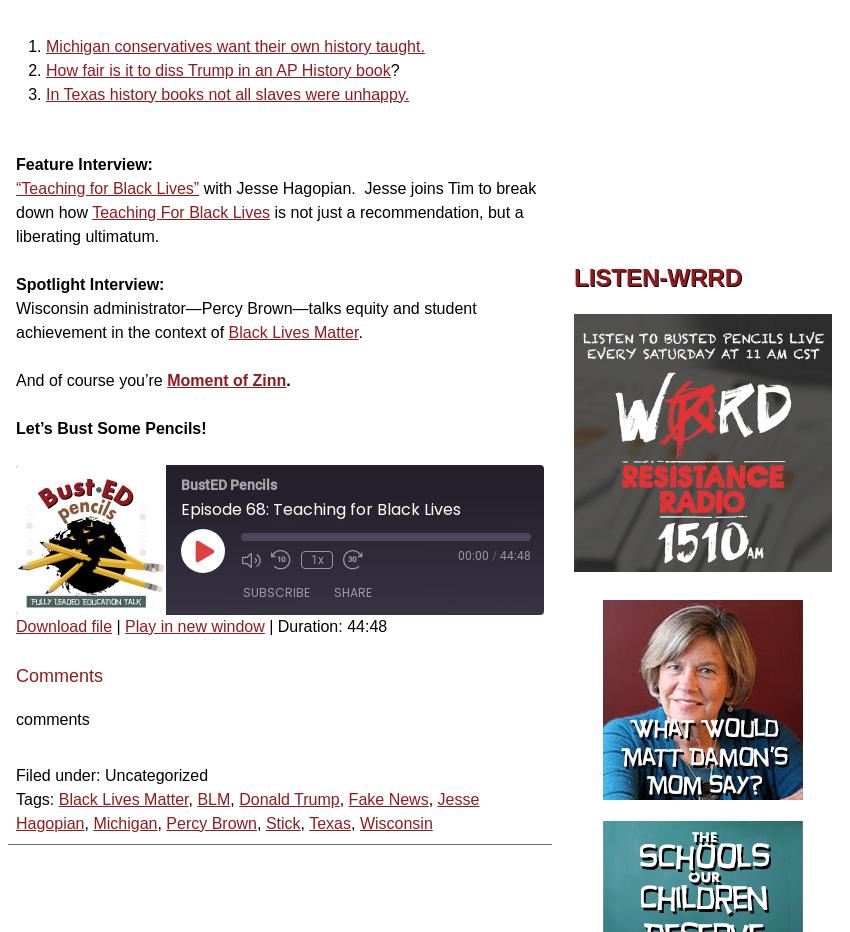 This screenshot has width=850, height=932. What do you see at coordinates (274, 199) in the screenshot?
I see `'with Jesse Hagopian.  Jesse joins Tim to break down how'` at bounding box center [274, 199].